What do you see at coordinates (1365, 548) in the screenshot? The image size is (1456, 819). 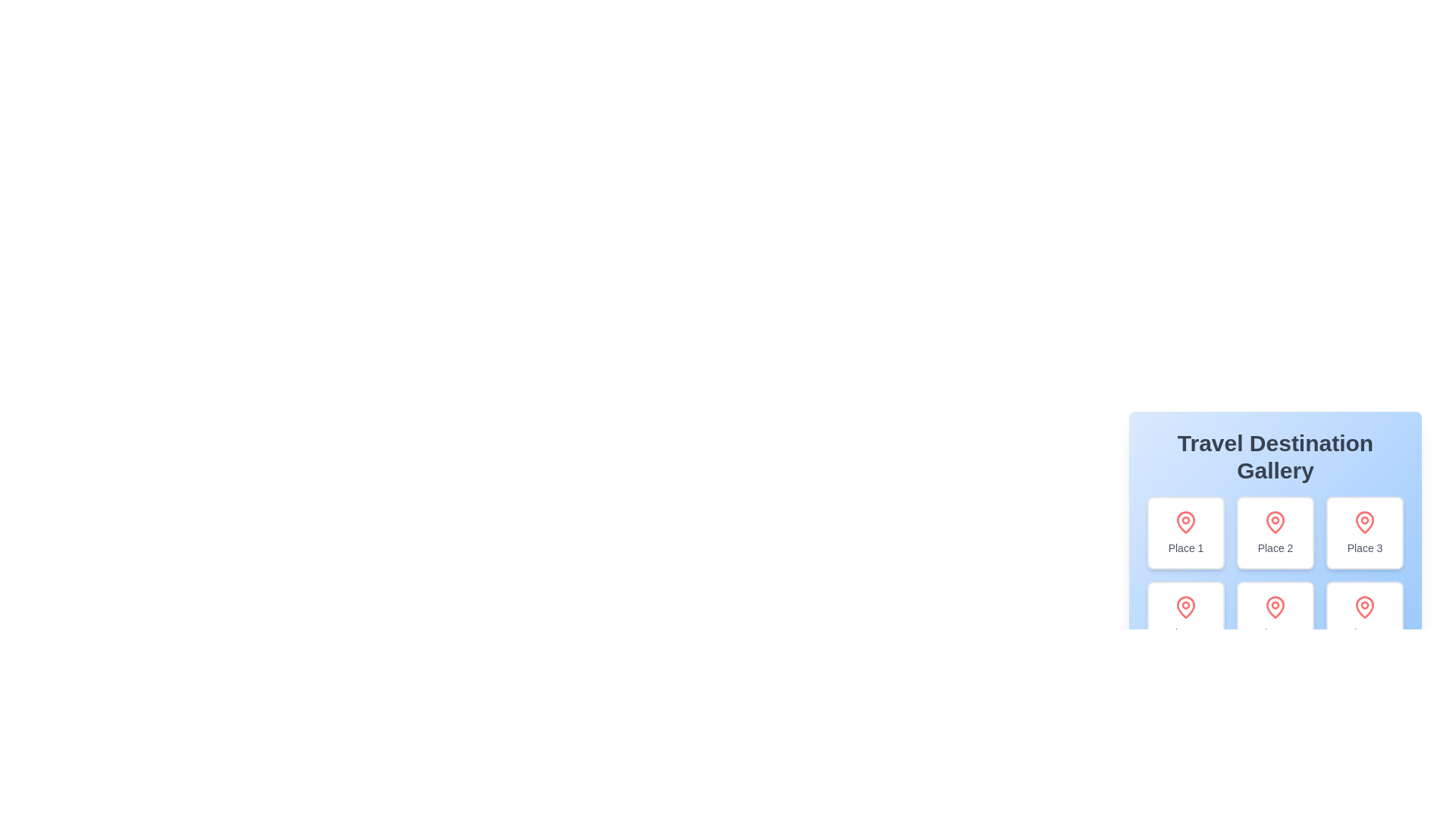 I see `the text label displaying 'Place 3', located at the bottom of the card in the third position of the top row within the 'Travel Destination Gallery', directly beneath the map pin icon` at bounding box center [1365, 548].